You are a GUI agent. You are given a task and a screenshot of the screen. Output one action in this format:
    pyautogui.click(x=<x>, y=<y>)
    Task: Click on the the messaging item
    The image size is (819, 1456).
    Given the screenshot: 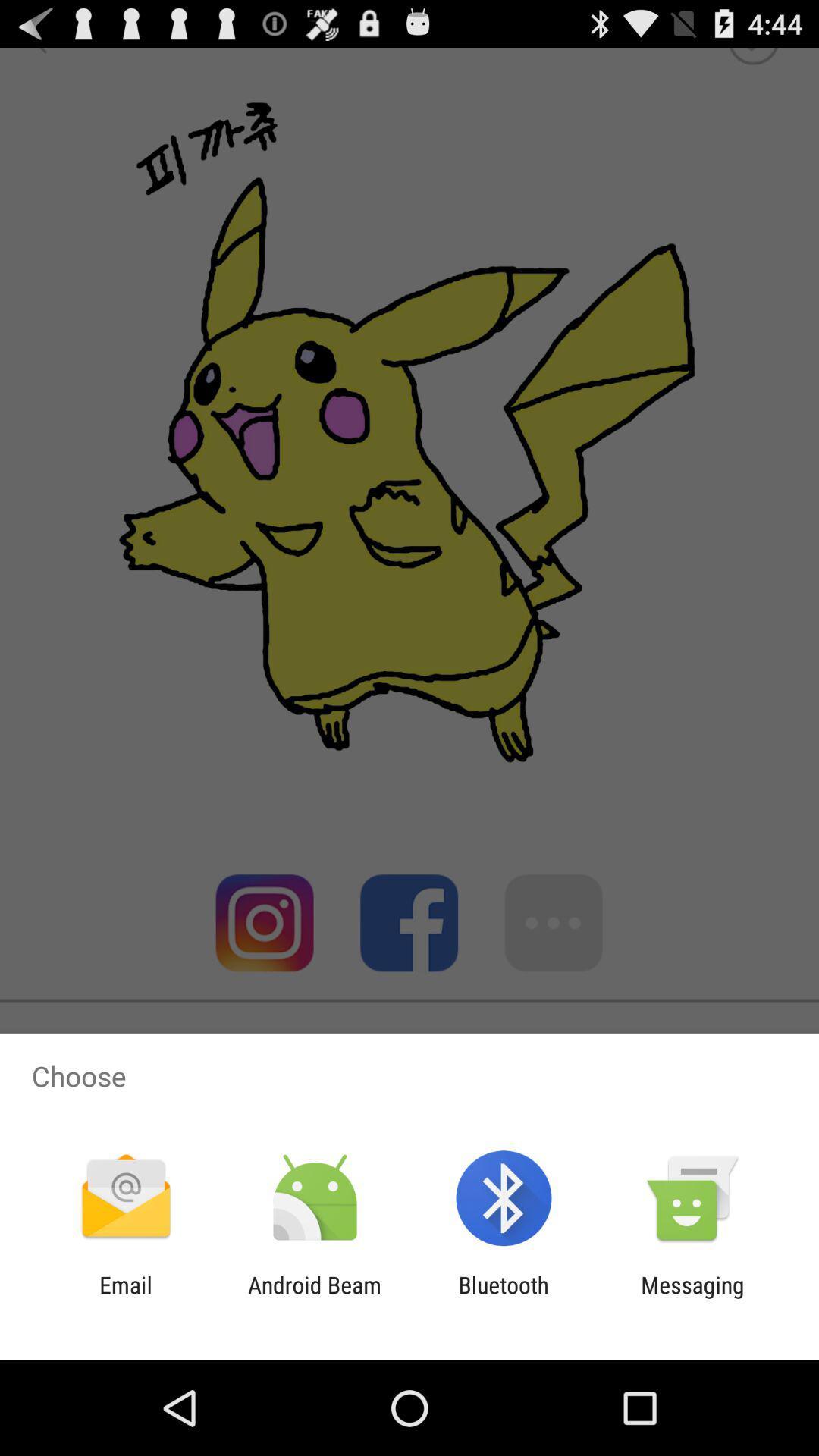 What is the action you would take?
    pyautogui.click(x=692, y=1298)
    